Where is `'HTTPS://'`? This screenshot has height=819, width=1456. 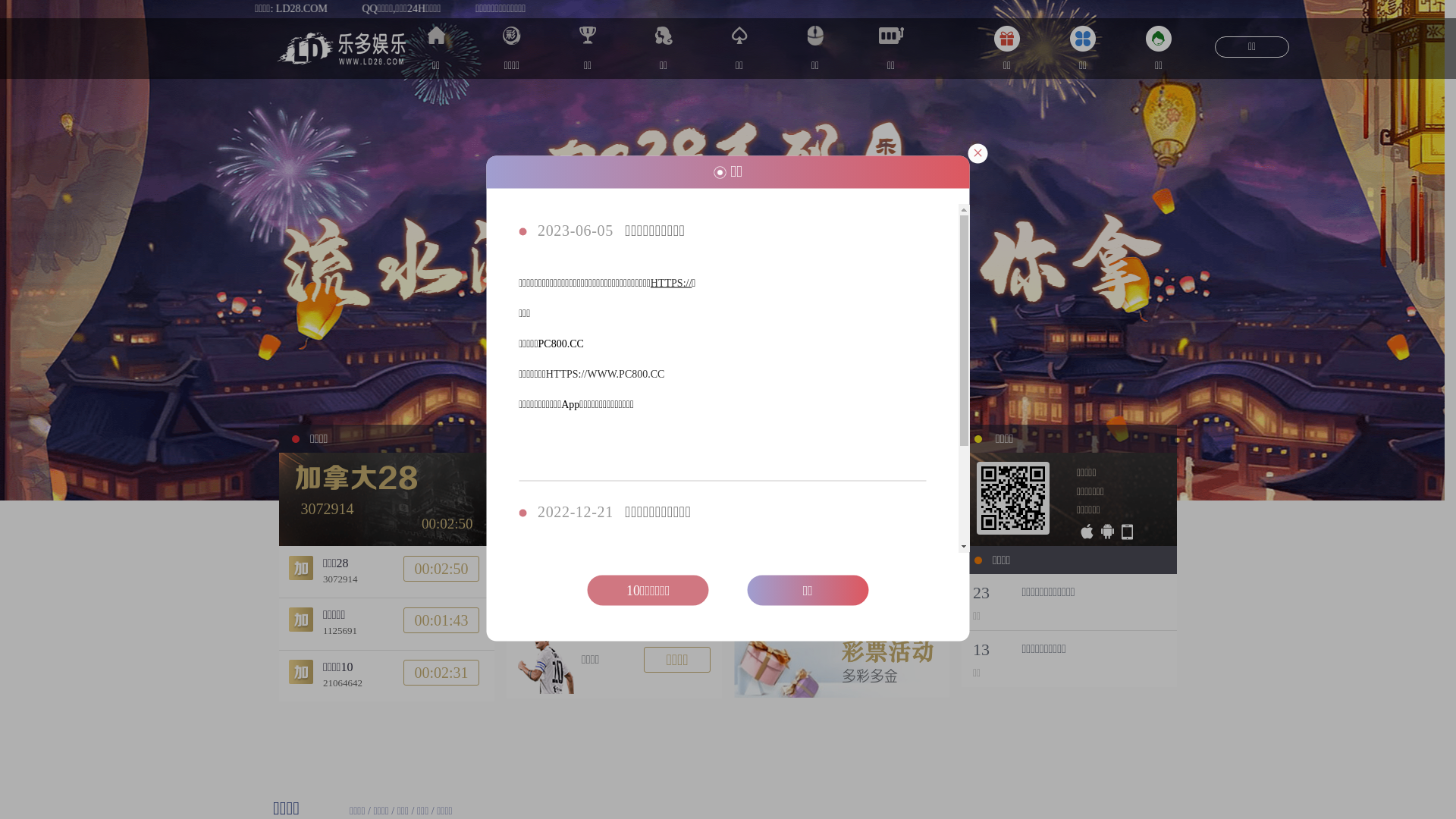
'HTTPS://' is located at coordinates (651, 283).